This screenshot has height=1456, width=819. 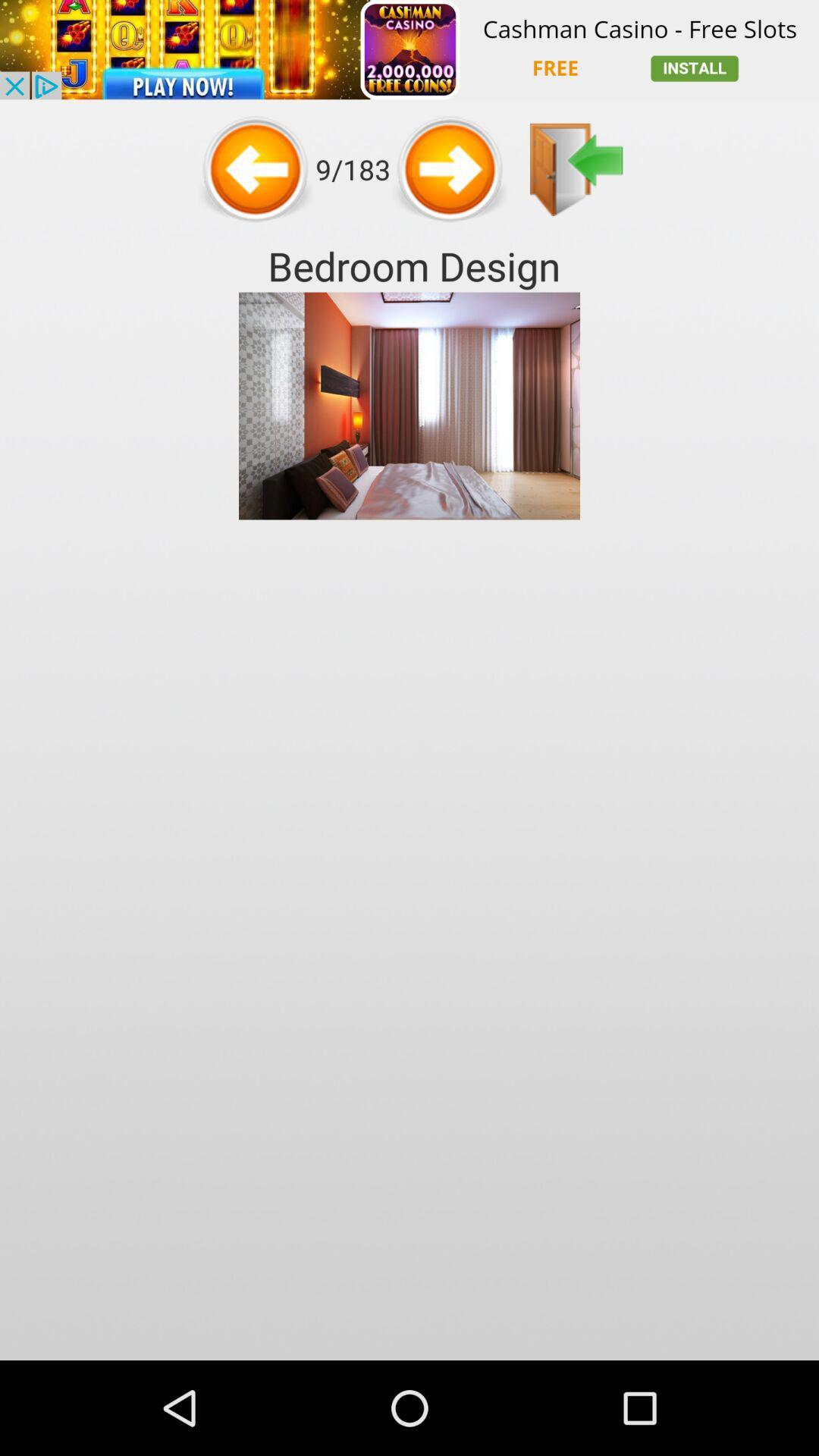 I want to click on open advertisement, so click(x=409, y=49).